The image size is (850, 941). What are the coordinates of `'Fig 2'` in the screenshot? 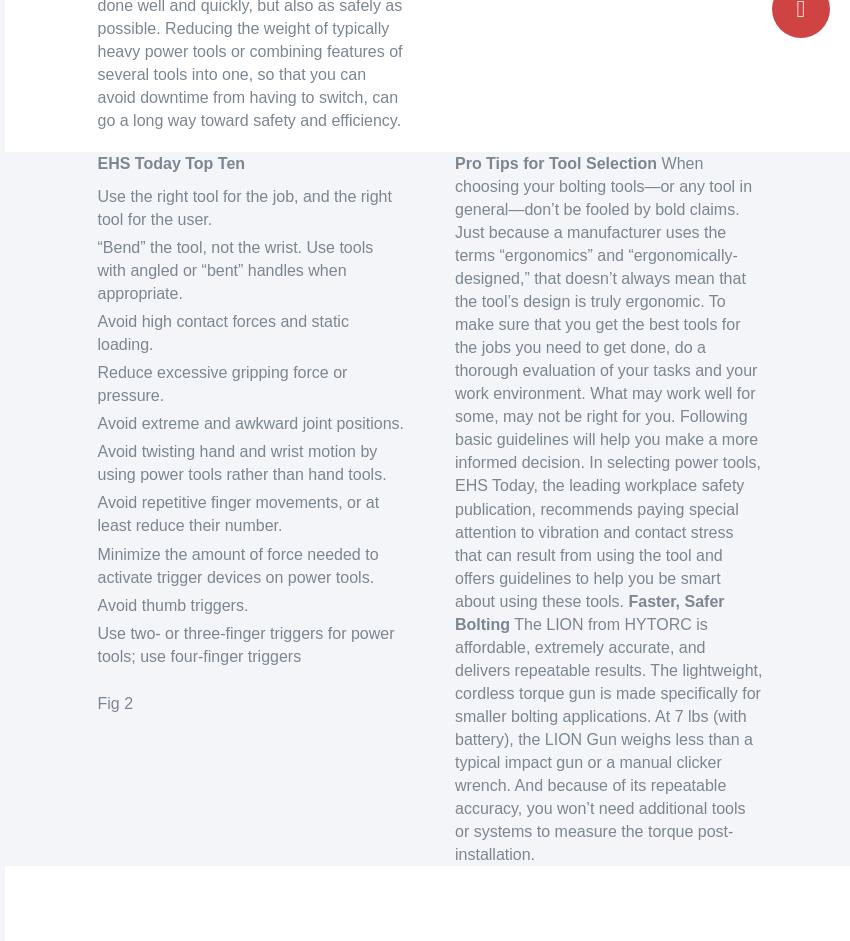 It's located at (114, 702).